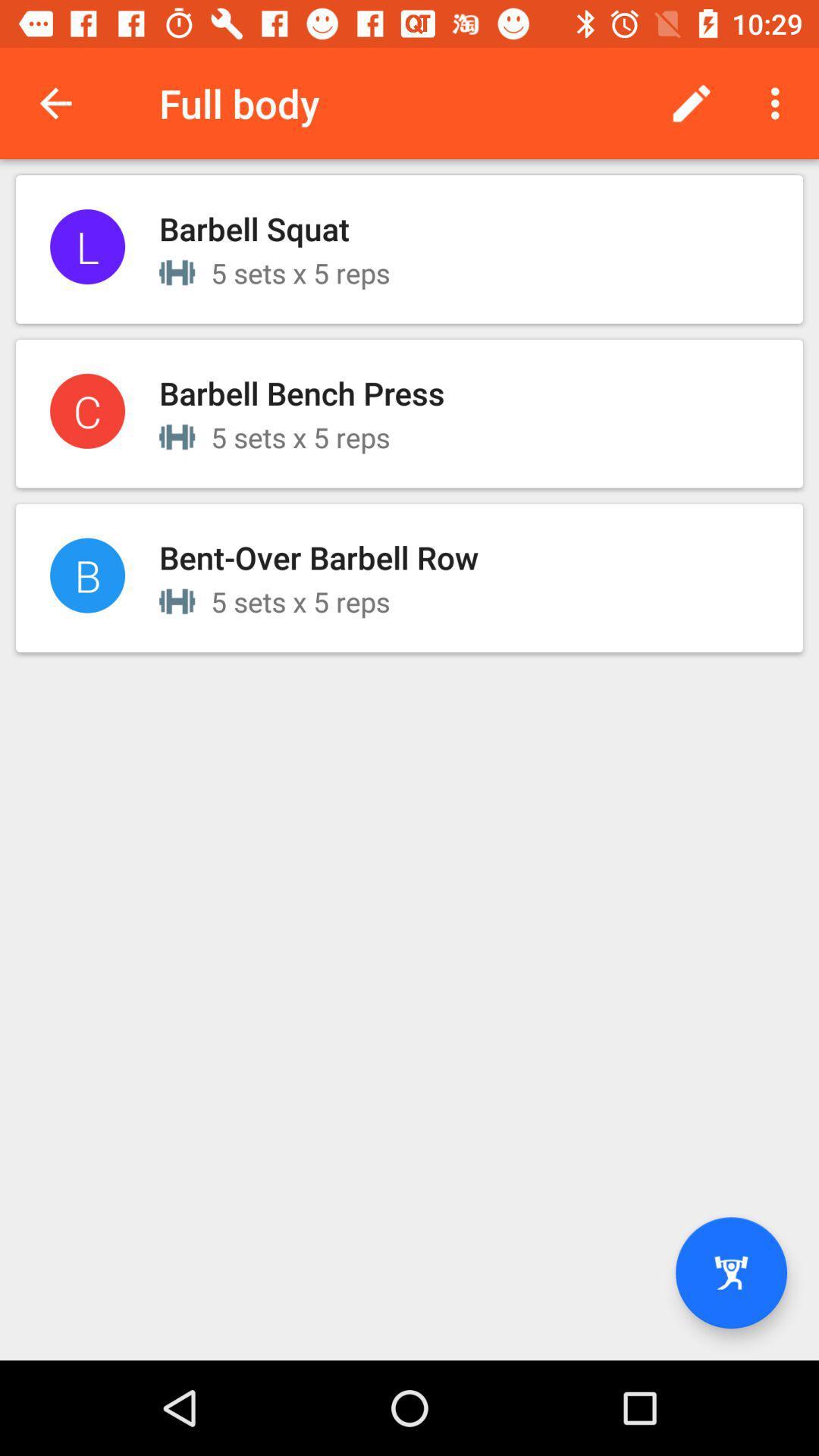  Describe the element at coordinates (730, 1272) in the screenshot. I see `the fullscreen icon` at that location.